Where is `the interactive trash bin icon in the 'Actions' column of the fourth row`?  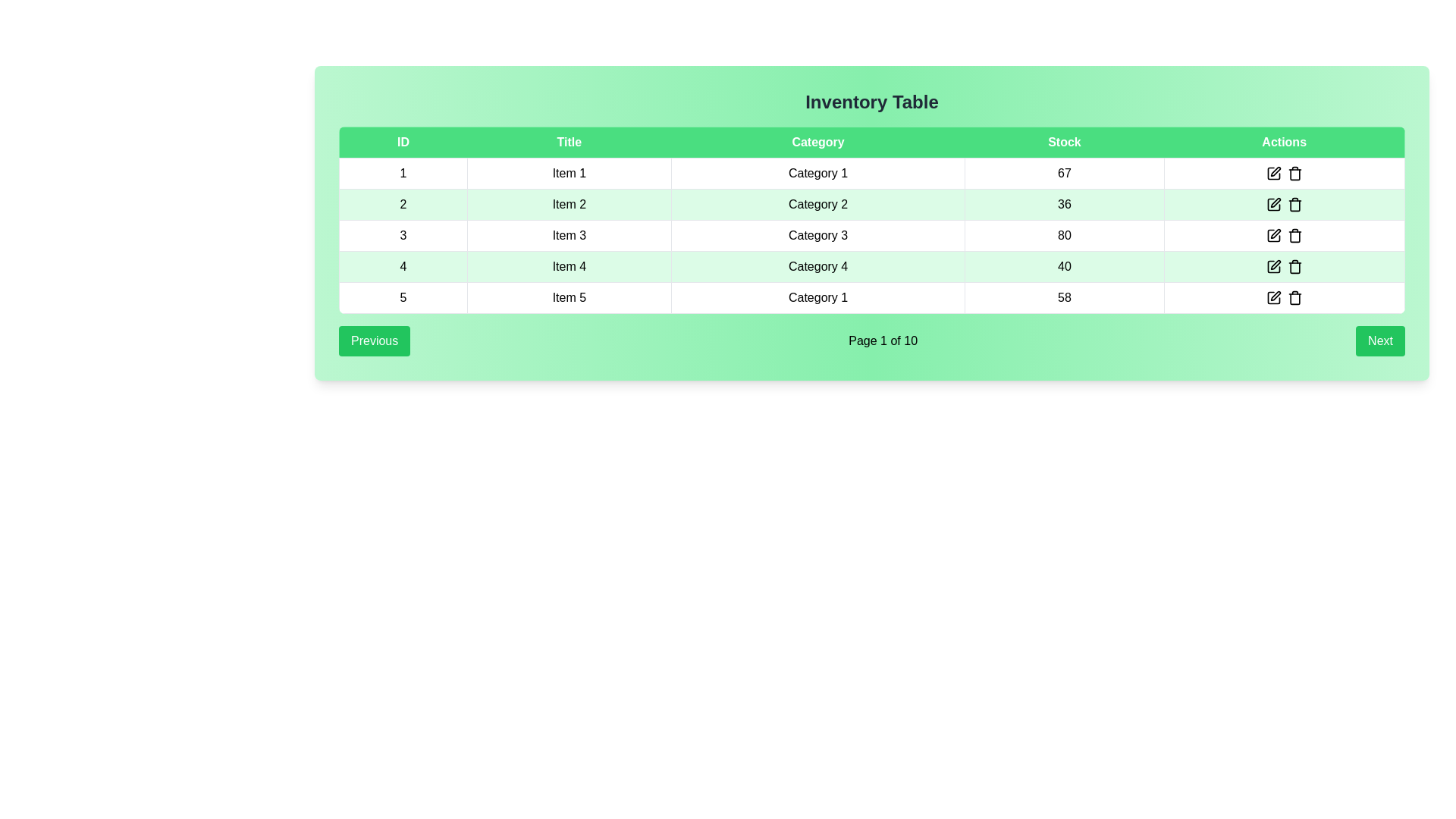 the interactive trash bin icon in the 'Actions' column of the fourth row is located at coordinates (1294, 265).